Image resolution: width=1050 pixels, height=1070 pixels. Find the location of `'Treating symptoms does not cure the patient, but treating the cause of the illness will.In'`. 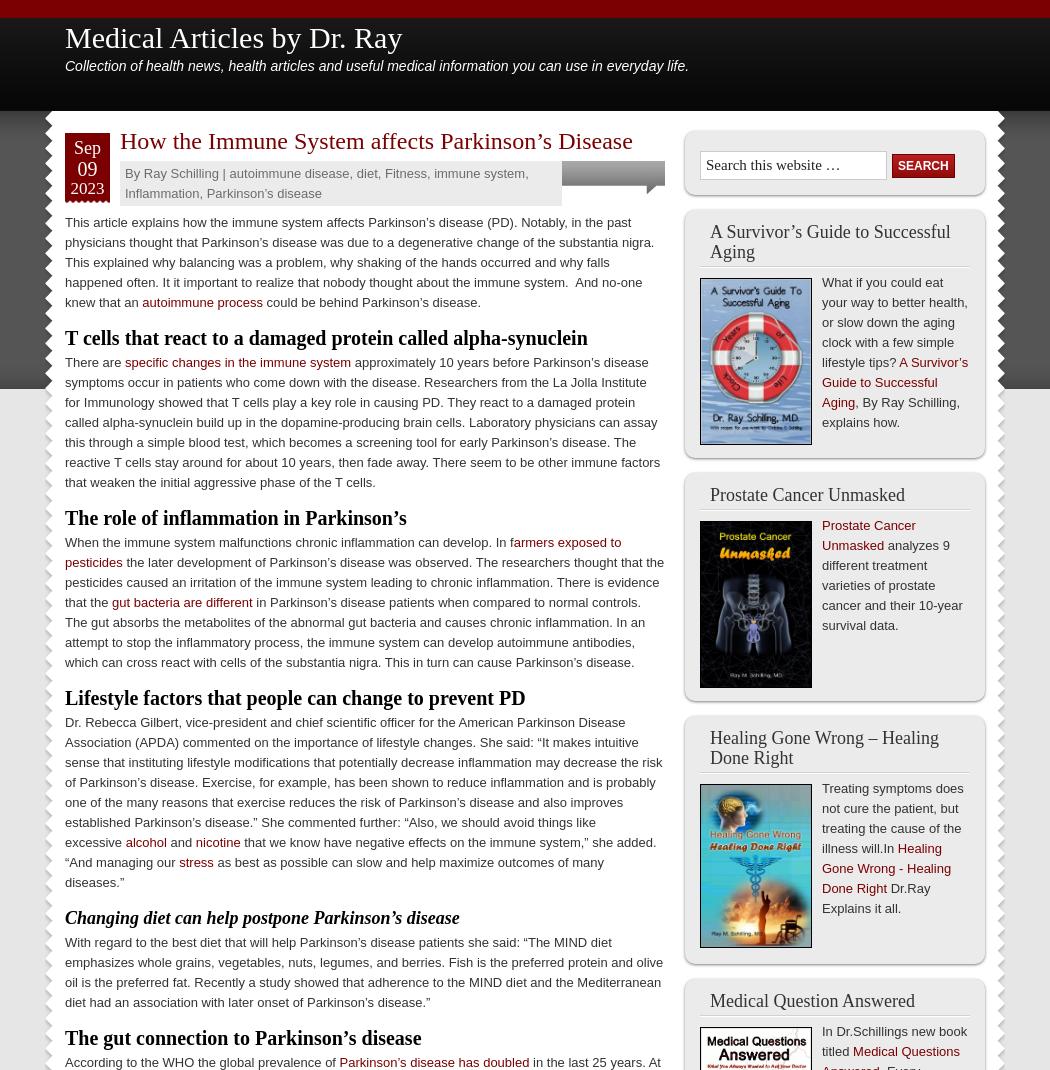

'Treating symptoms does not cure the patient, but treating the cause of the illness will.In' is located at coordinates (891, 818).